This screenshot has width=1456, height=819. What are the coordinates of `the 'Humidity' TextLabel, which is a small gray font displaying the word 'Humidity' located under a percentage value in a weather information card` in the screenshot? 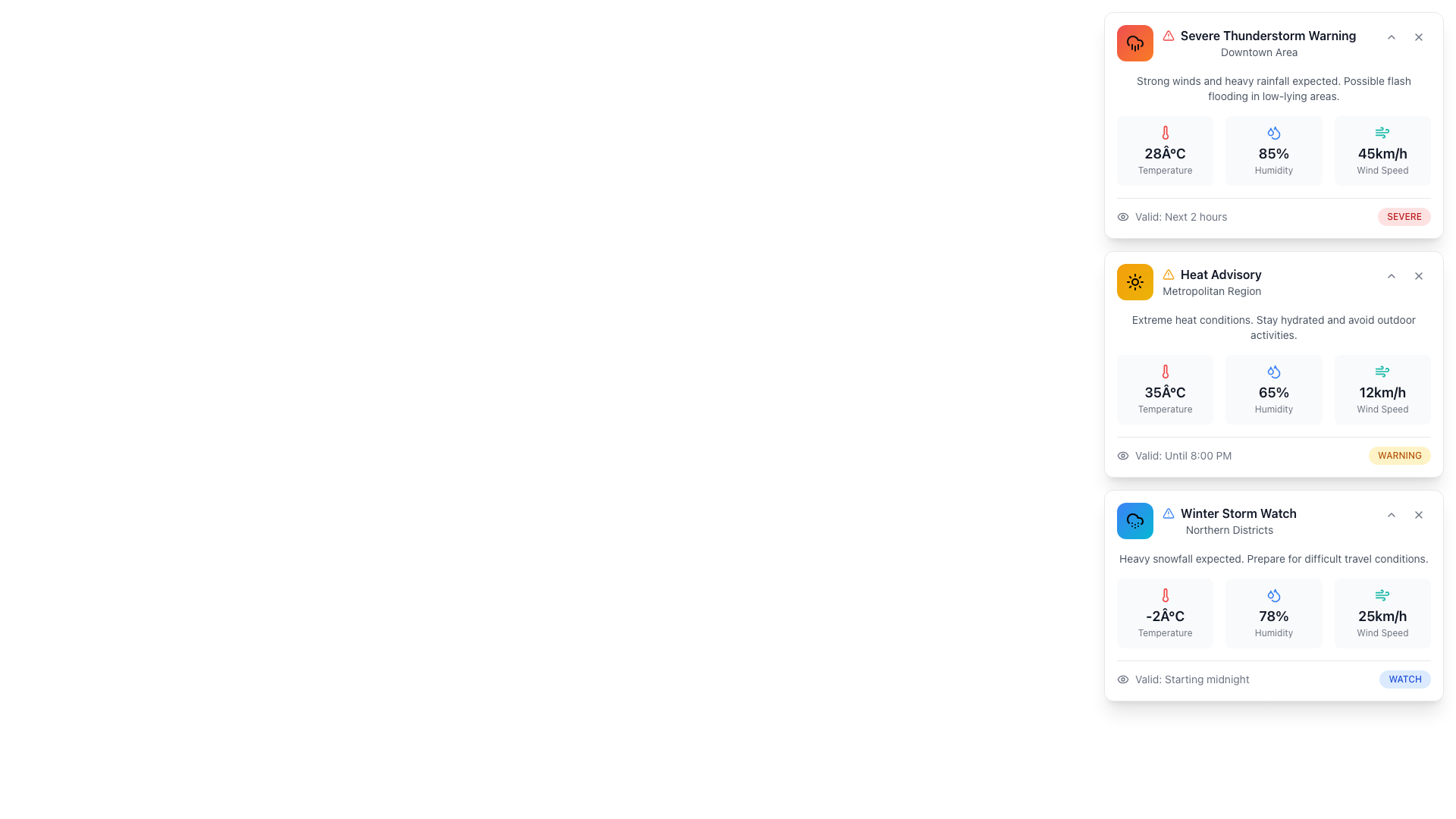 It's located at (1274, 409).